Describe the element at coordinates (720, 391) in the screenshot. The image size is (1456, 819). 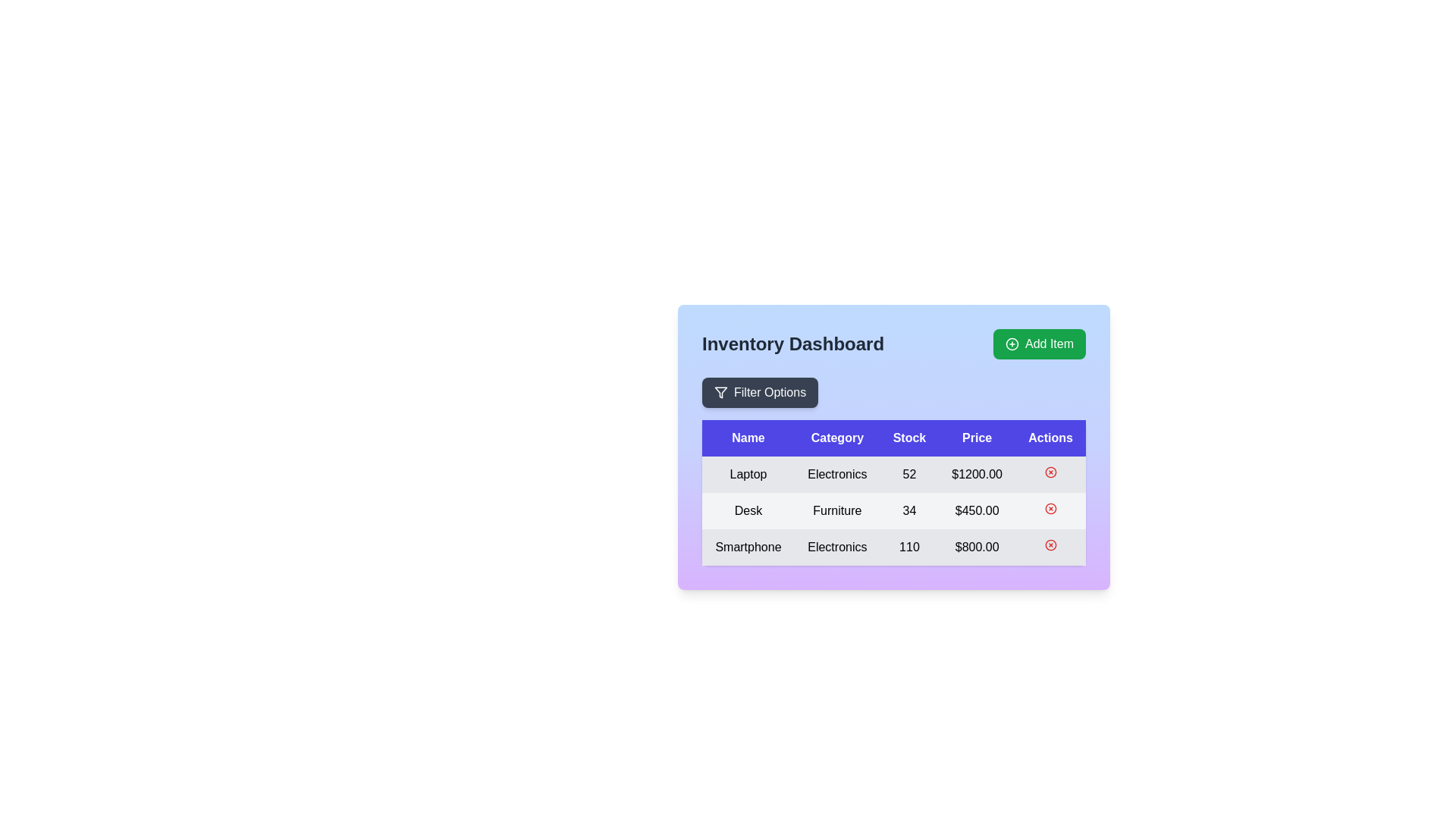
I see `the 'Filter Options' button which contains the icon for filtering options related to the data table` at that location.